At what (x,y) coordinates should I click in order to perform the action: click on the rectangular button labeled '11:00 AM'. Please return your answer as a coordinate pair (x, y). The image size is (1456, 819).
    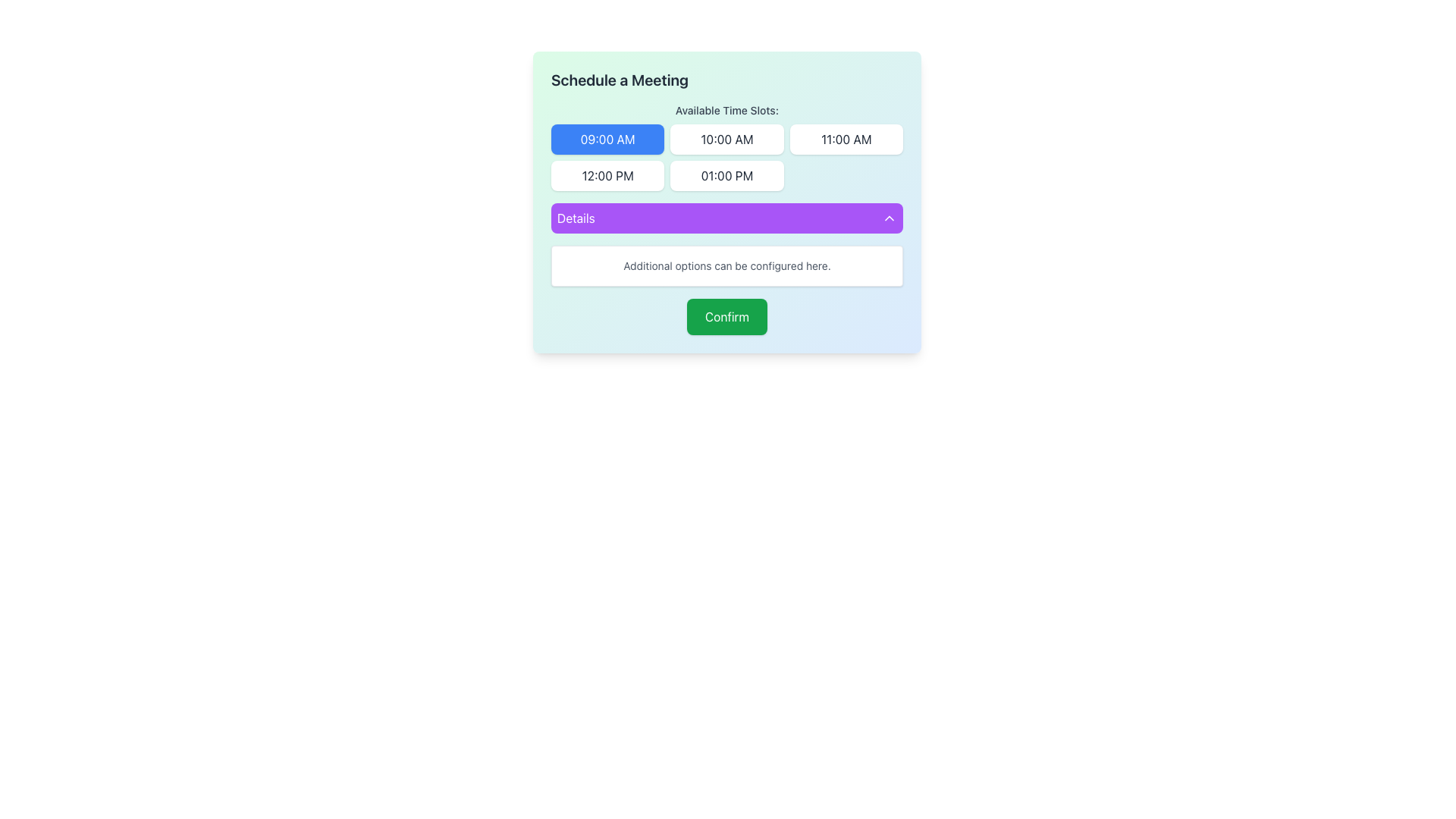
    Looking at the image, I should click on (846, 140).